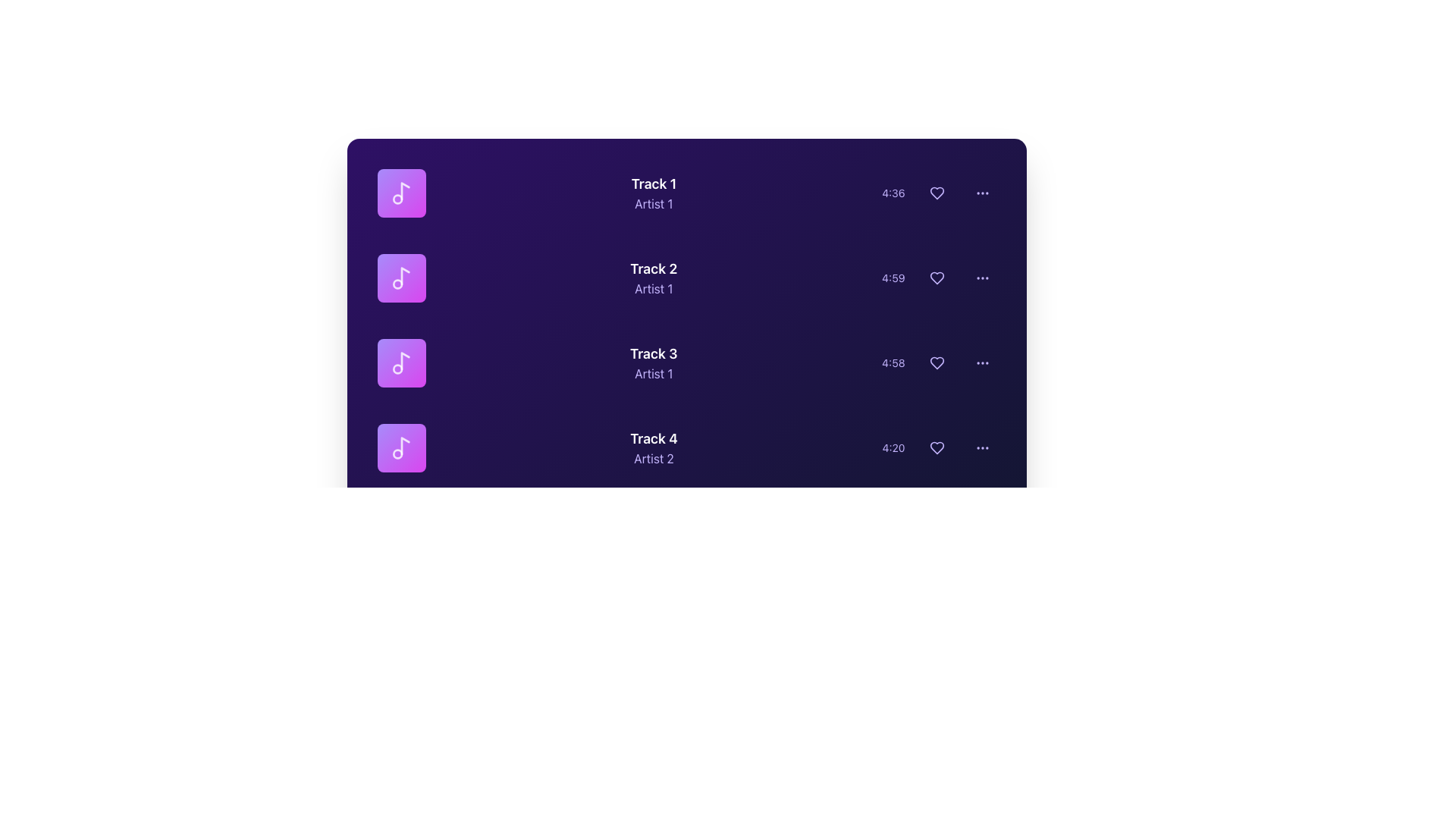  I want to click on the heart-shaped button with a hollow outline and violet fill, located at the far right of the Track 4 entry row, so click(936, 447).